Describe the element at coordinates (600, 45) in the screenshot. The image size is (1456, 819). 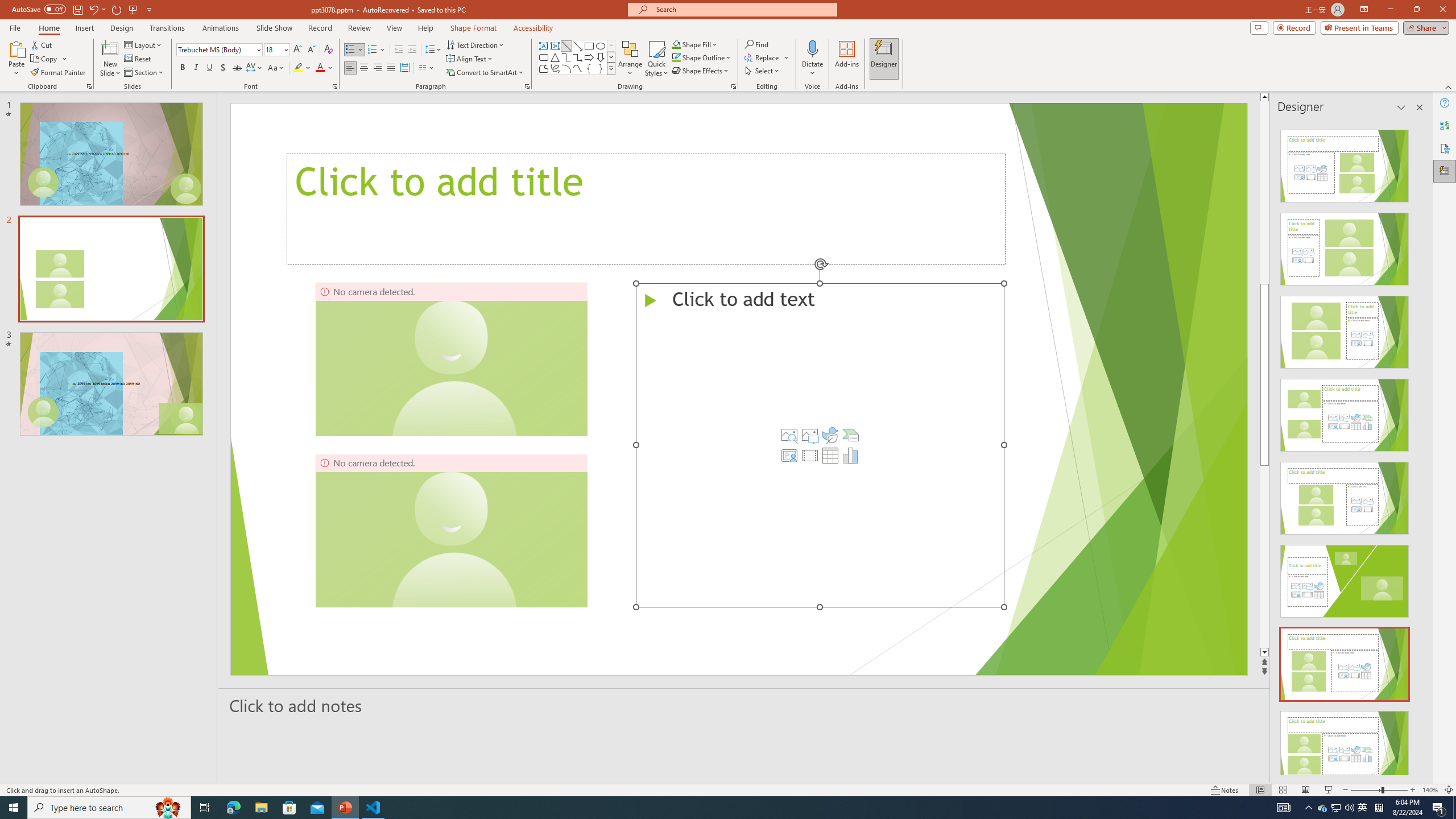
I see `'Oval'` at that location.